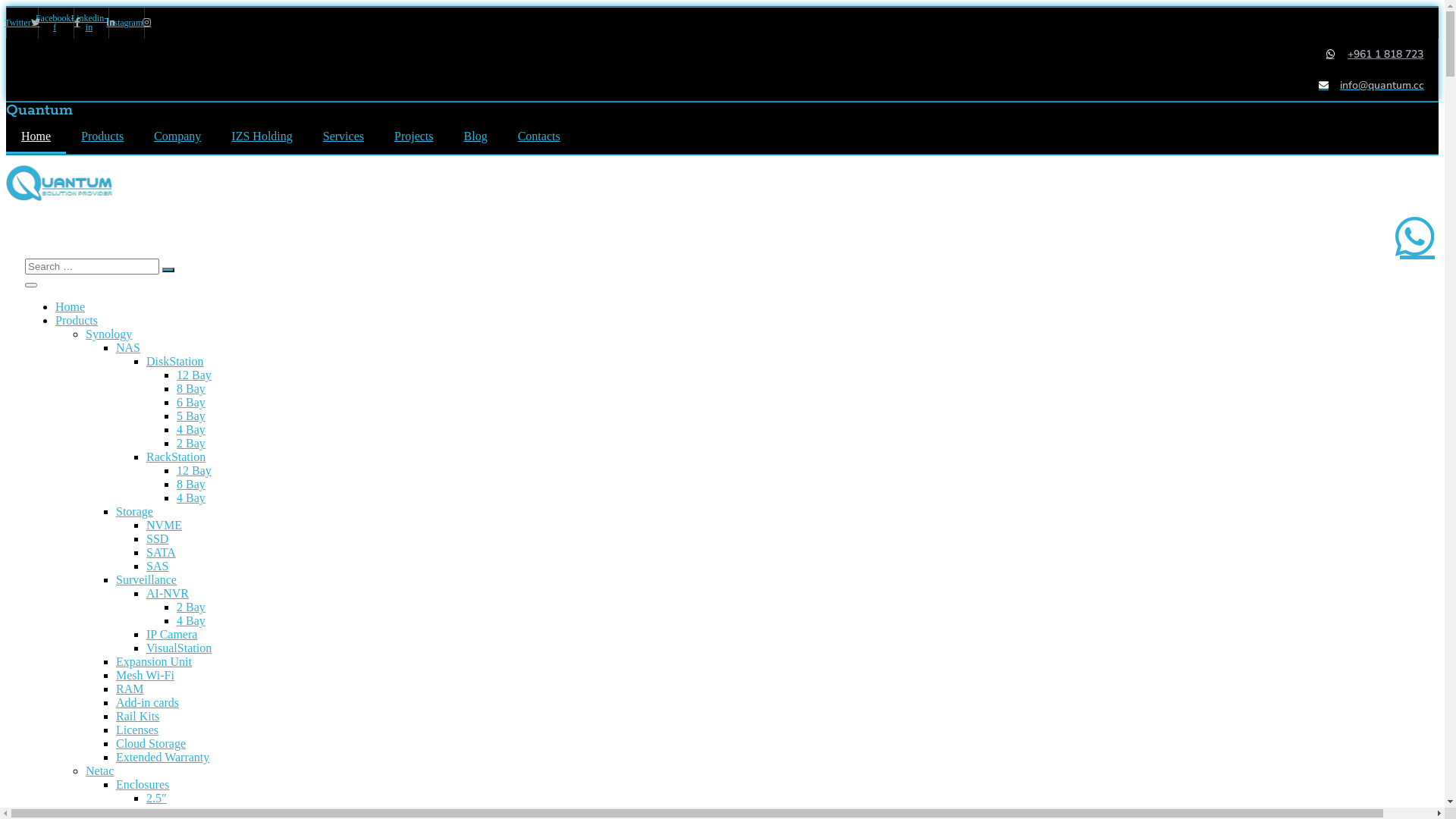  I want to click on 'Products', so click(75, 319).